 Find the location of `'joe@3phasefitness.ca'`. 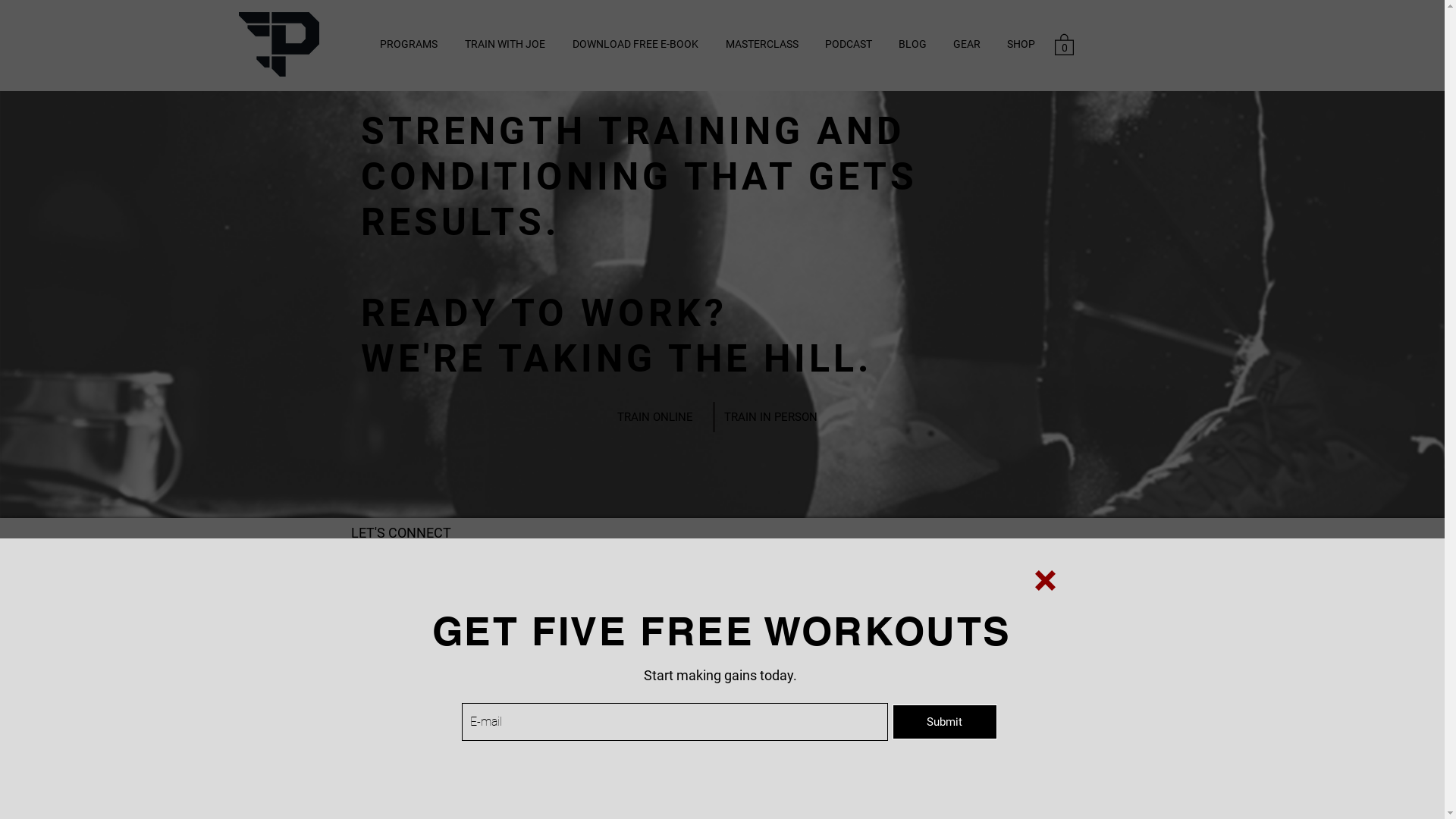

'joe@3phasefitness.ca' is located at coordinates (403, 593).